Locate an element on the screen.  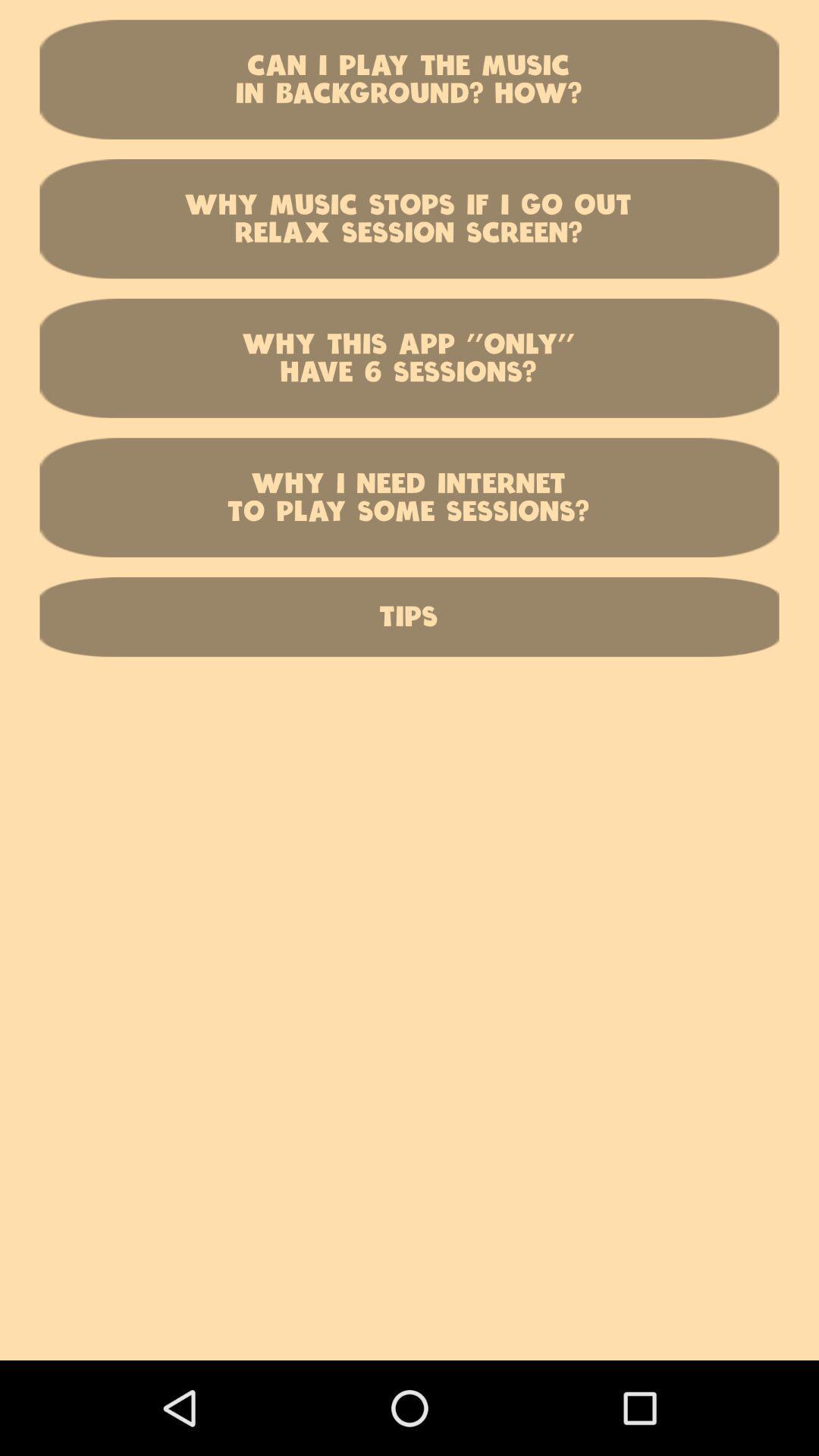
the item above why this app button is located at coordinates (409, 218).